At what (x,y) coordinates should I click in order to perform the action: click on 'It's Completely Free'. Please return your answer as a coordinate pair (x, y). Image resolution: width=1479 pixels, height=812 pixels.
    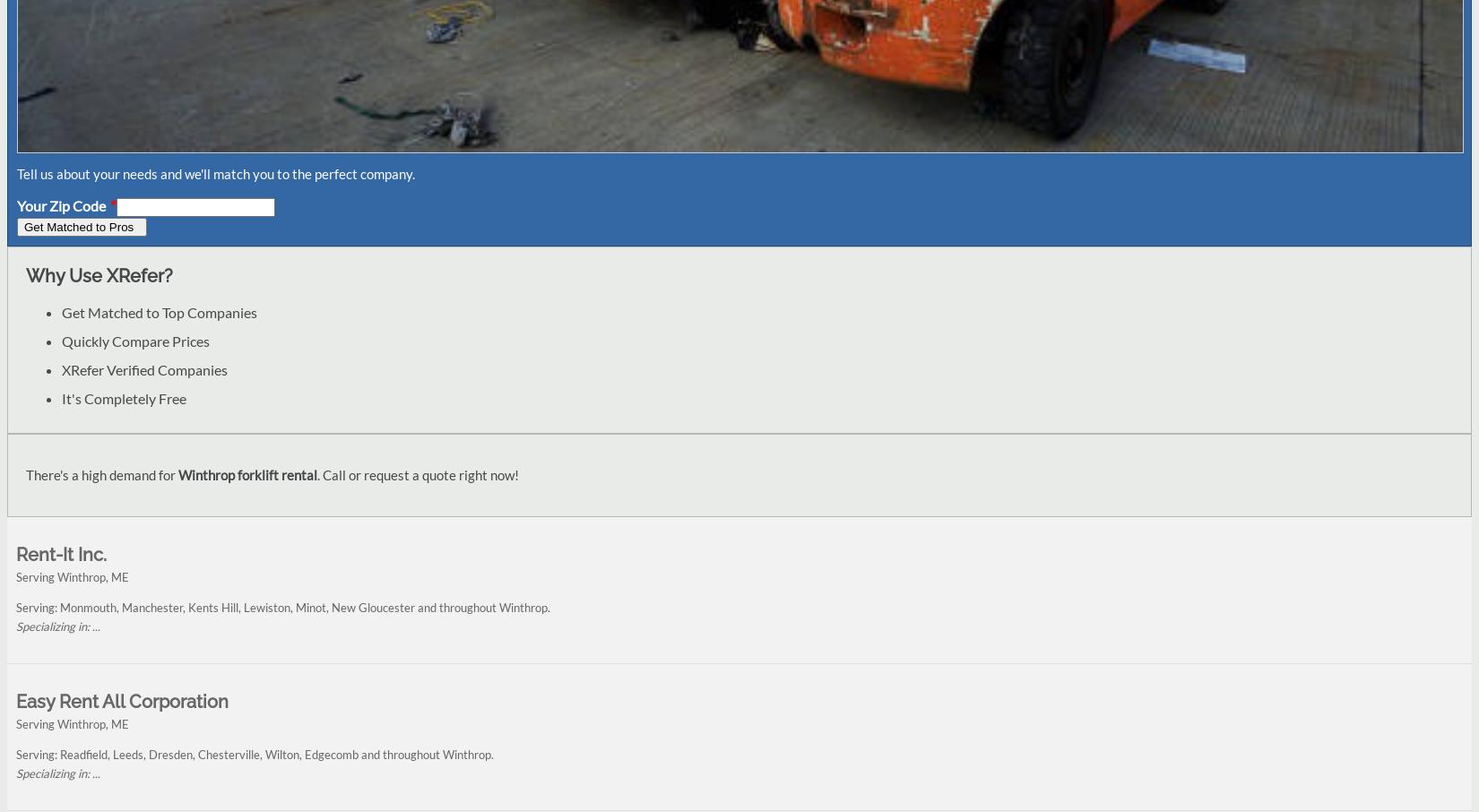
    Looking at the image, I should click on (61, 398).